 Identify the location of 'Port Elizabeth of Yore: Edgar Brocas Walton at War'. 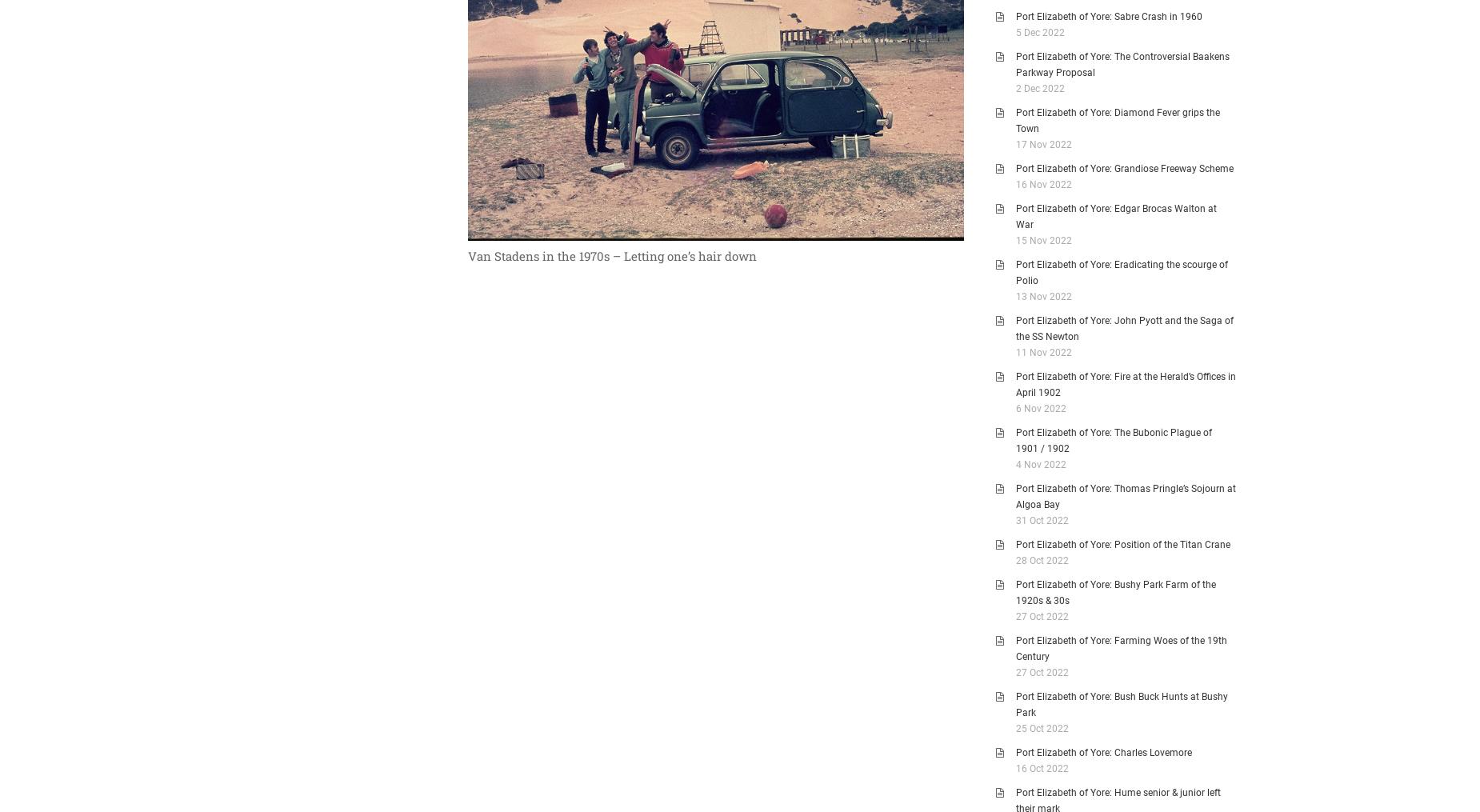
(1116, 217).